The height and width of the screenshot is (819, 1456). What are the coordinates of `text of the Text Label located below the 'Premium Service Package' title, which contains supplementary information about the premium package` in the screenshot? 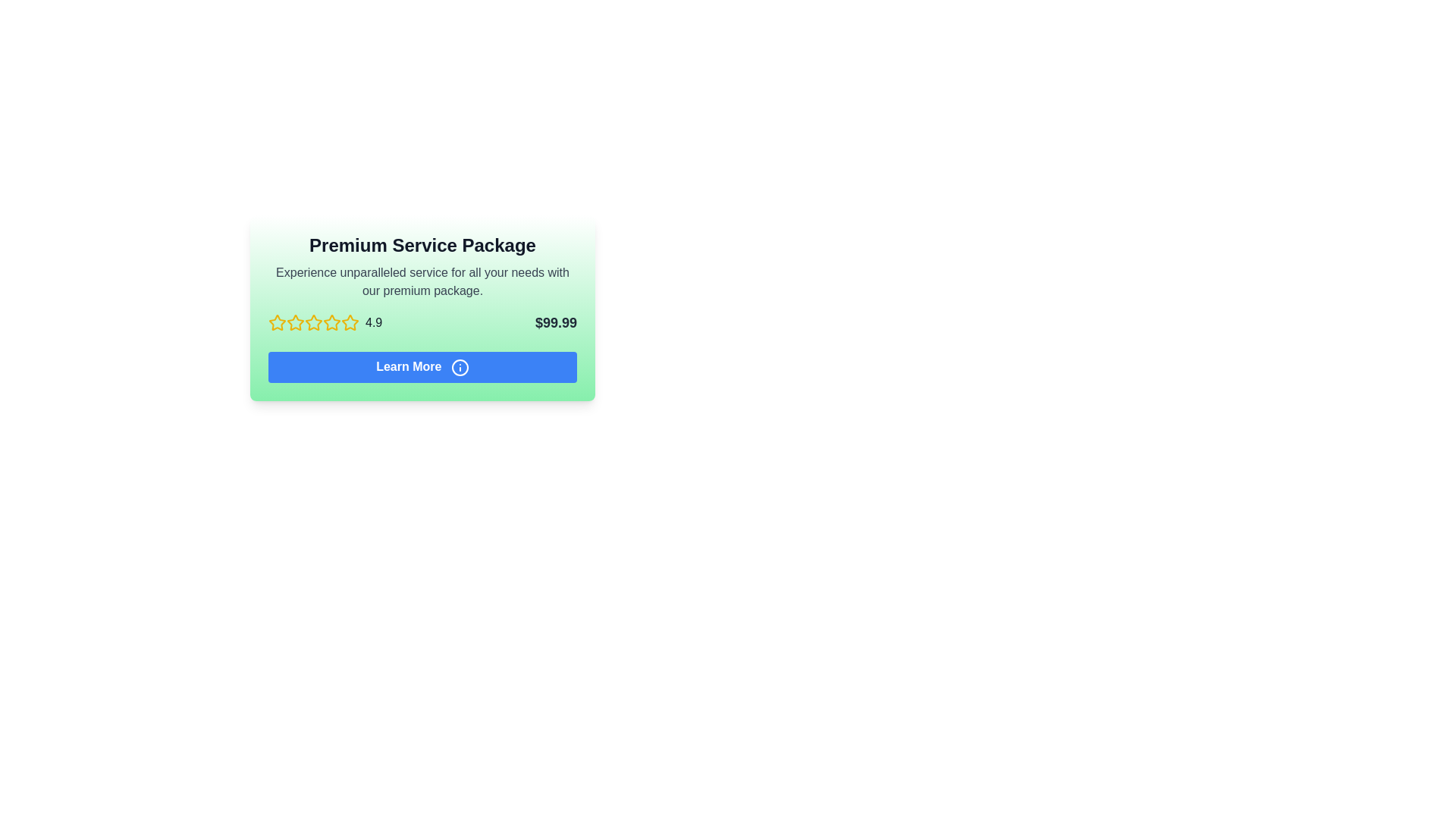 It's located at (422, 281).